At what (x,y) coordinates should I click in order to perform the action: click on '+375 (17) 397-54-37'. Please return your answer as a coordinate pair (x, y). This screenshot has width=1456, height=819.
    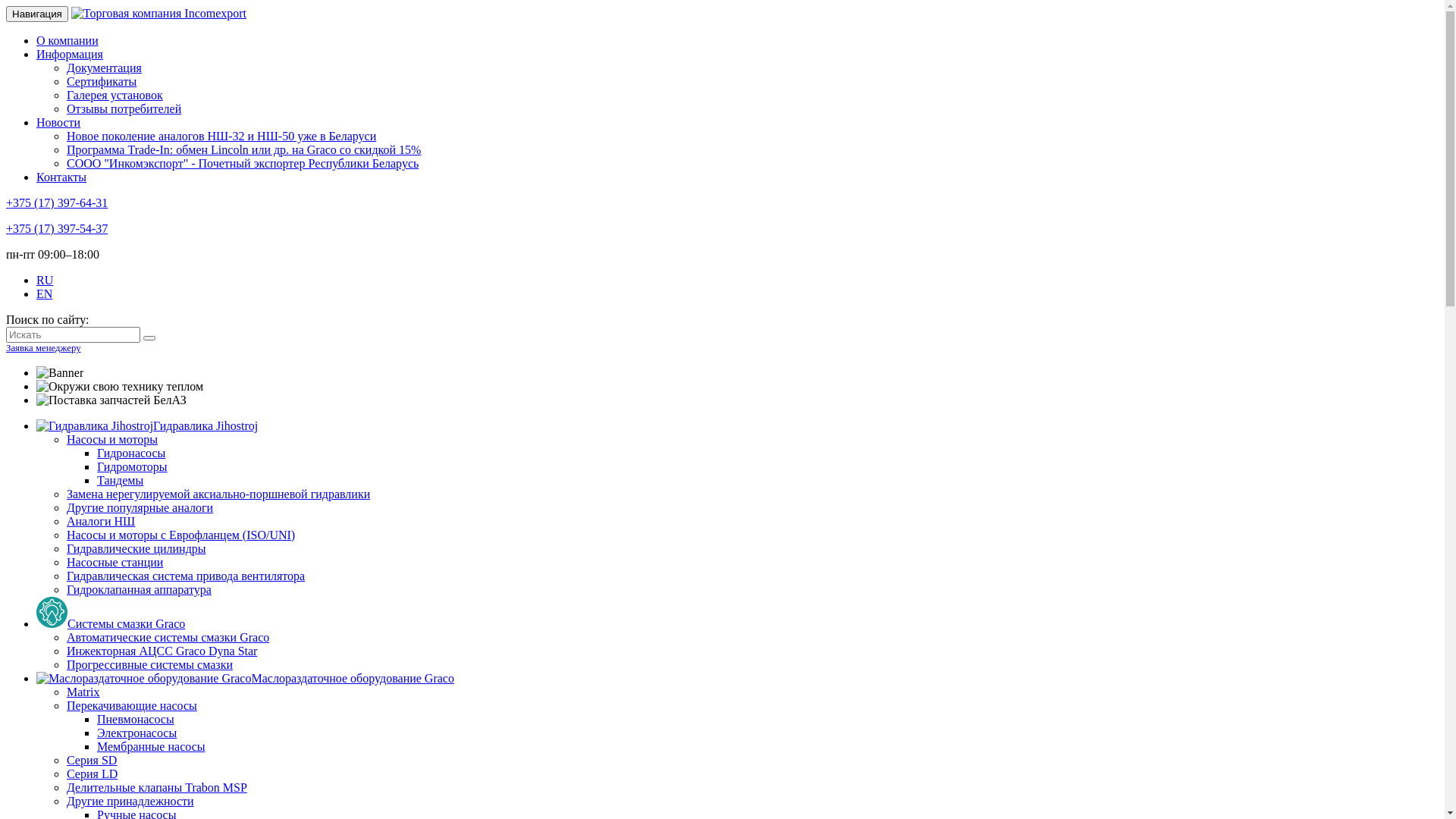
    Looking at the image, I should click on (6, 228).